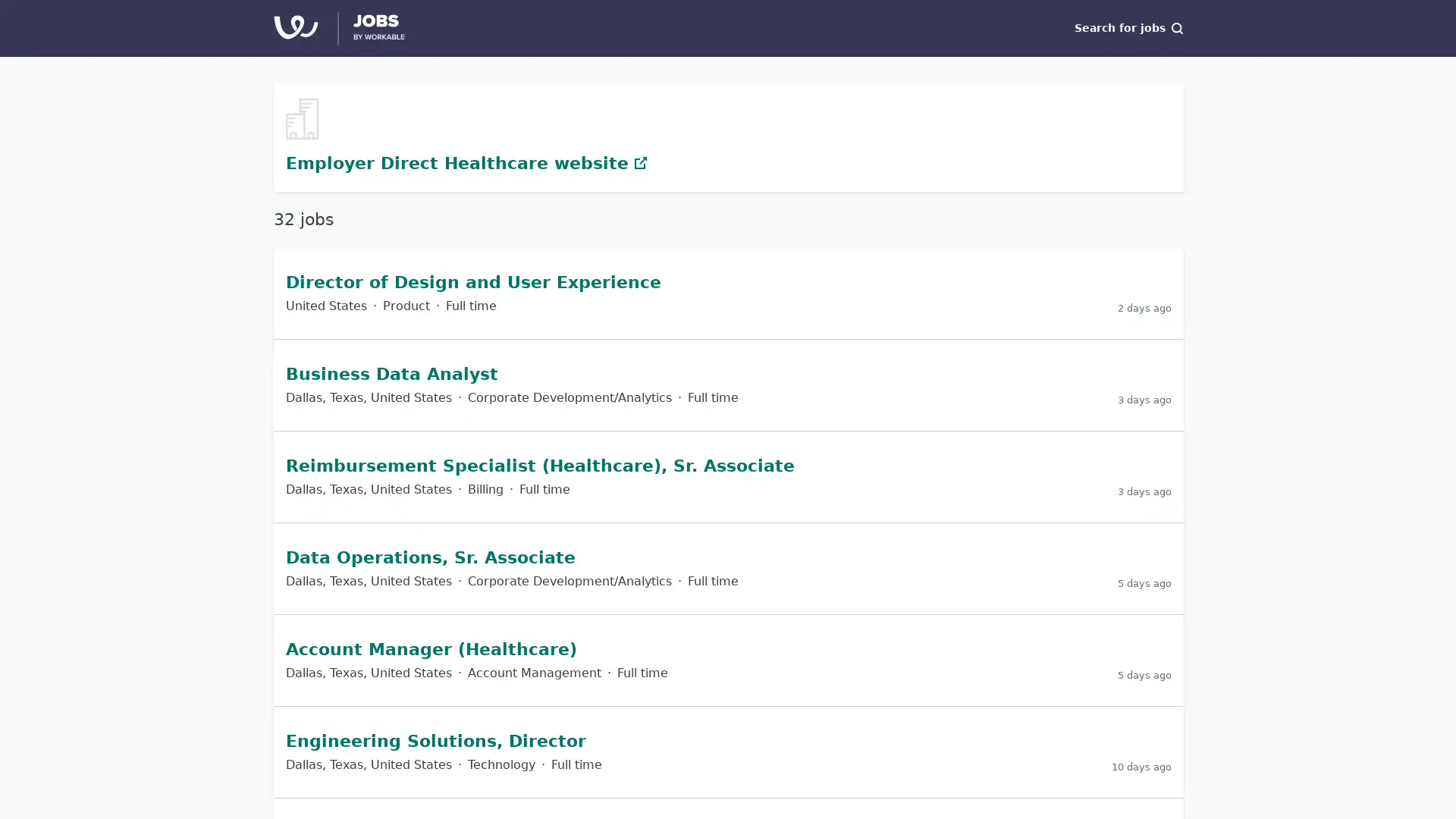 The width and height of the screenshot is (1456, 819). I want to click on Engineering Solutions, Director at Employer Direct Healthcare, so click(728, 752).